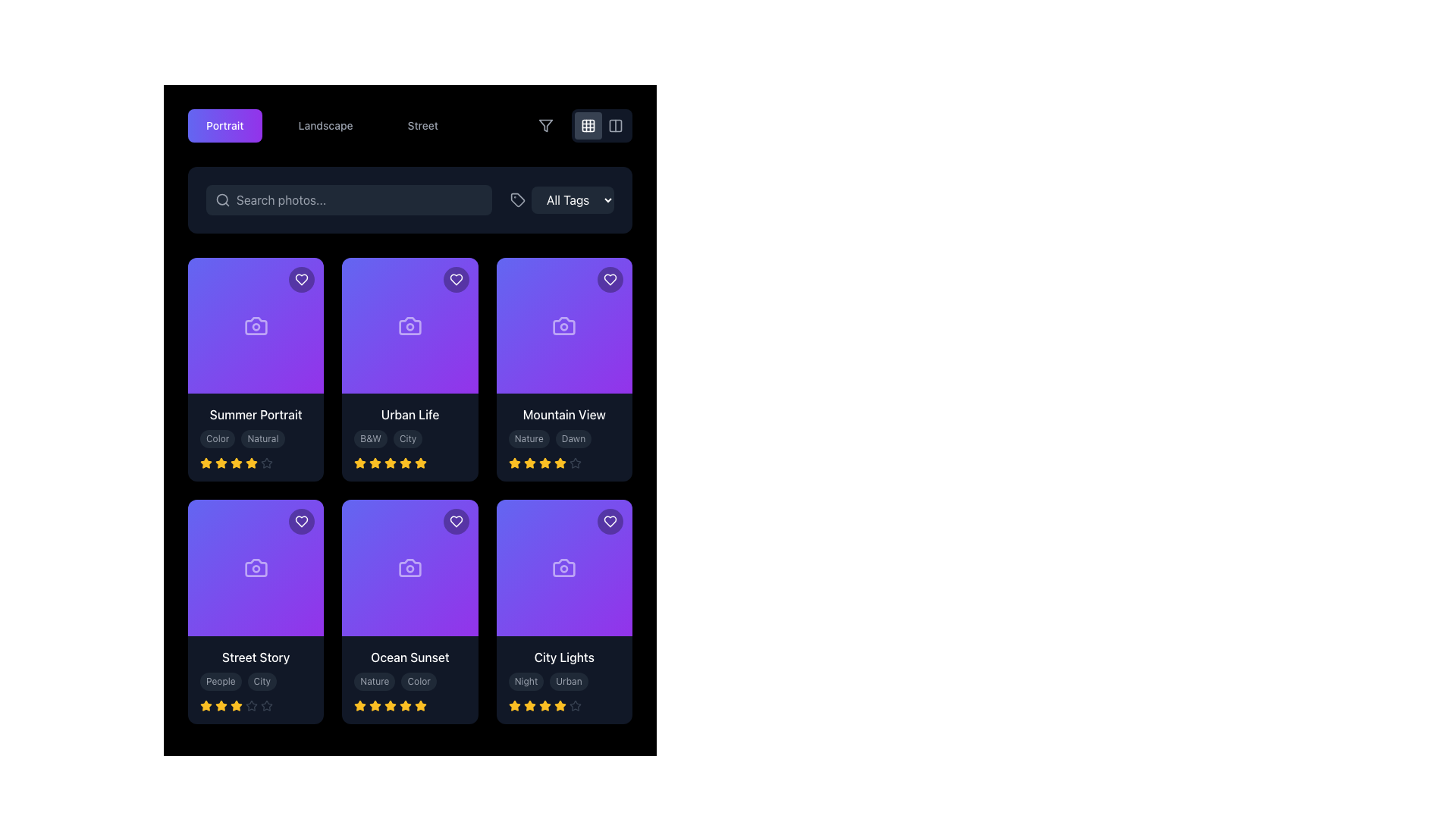 This screenshot has height=819, width=1456. Describe the element at coordinates (559, 705) in the screenshot. I see `the last star in the row of five stars below the title 'City Lights'` at that location.